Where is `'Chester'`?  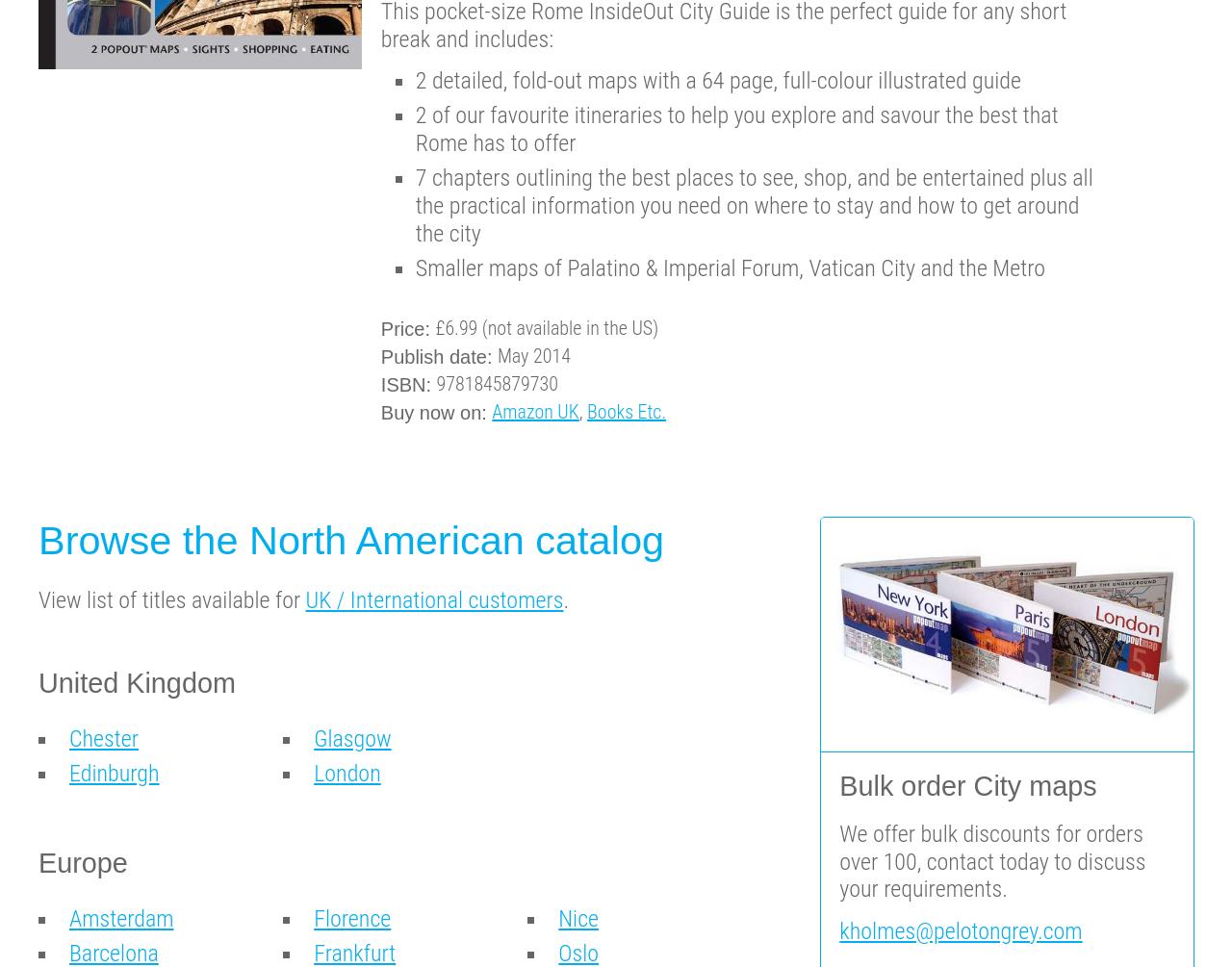 'Chester' is located at coordinates (69, 739).